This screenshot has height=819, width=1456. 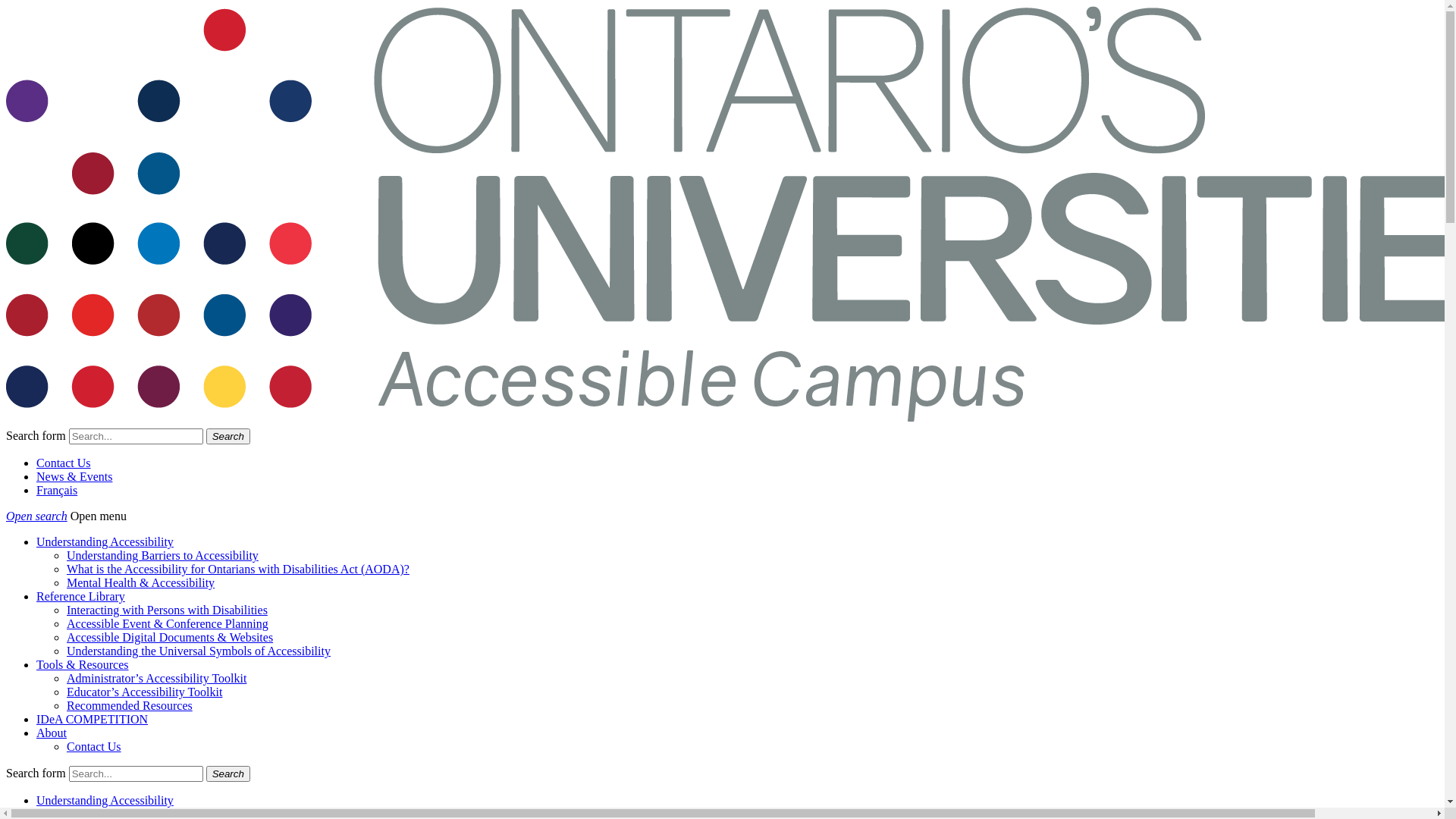 I want to click on 'Search', so click(x=227, y=773).